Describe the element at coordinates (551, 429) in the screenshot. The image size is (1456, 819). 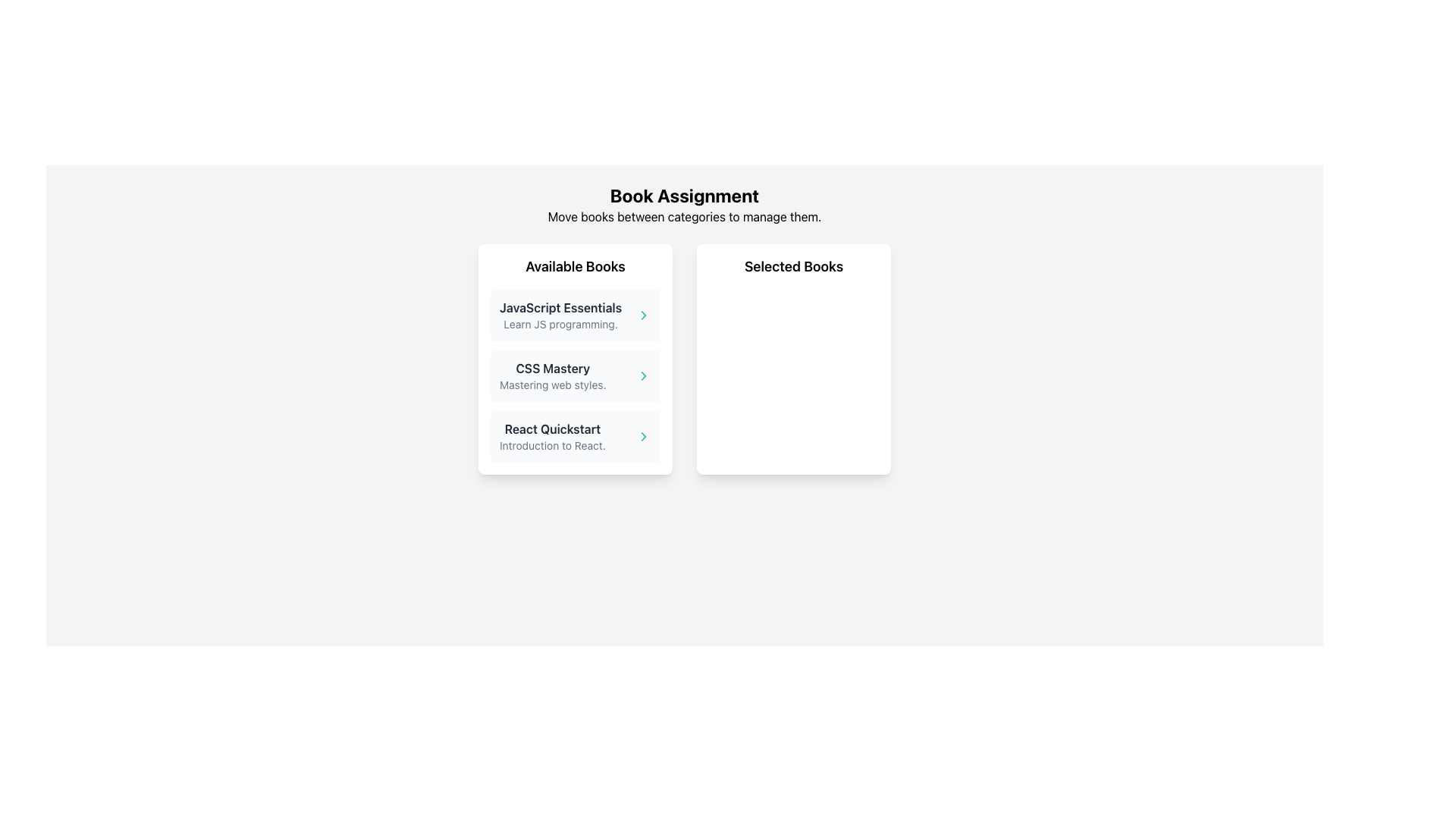
I see `the title Text Label of the book in the third row of the 'Available Books' section` at that location.